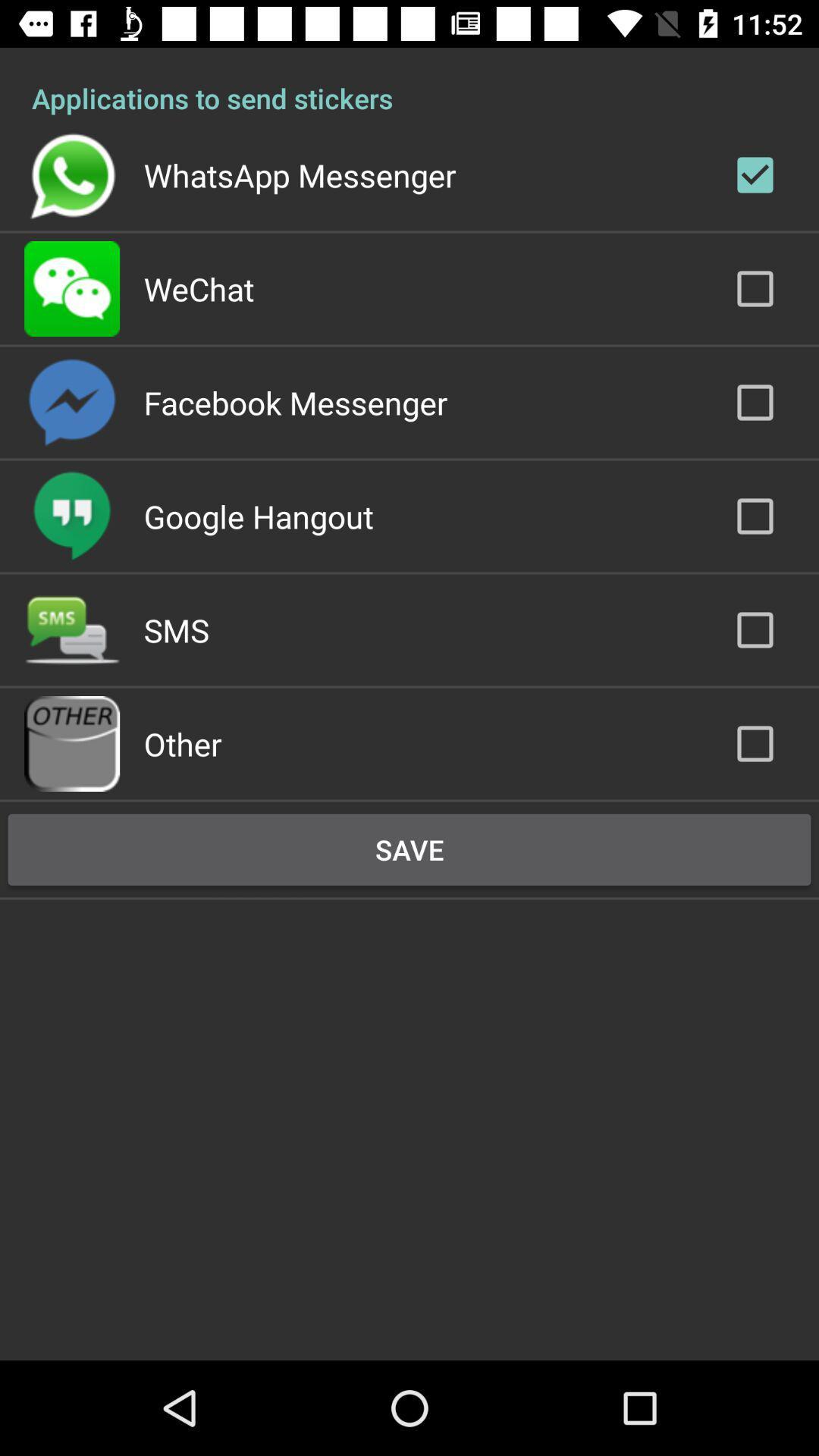 The width and height of the screenshot is (819, 1456). I want to click on the whatsapp messenger app, so click(300, 174).